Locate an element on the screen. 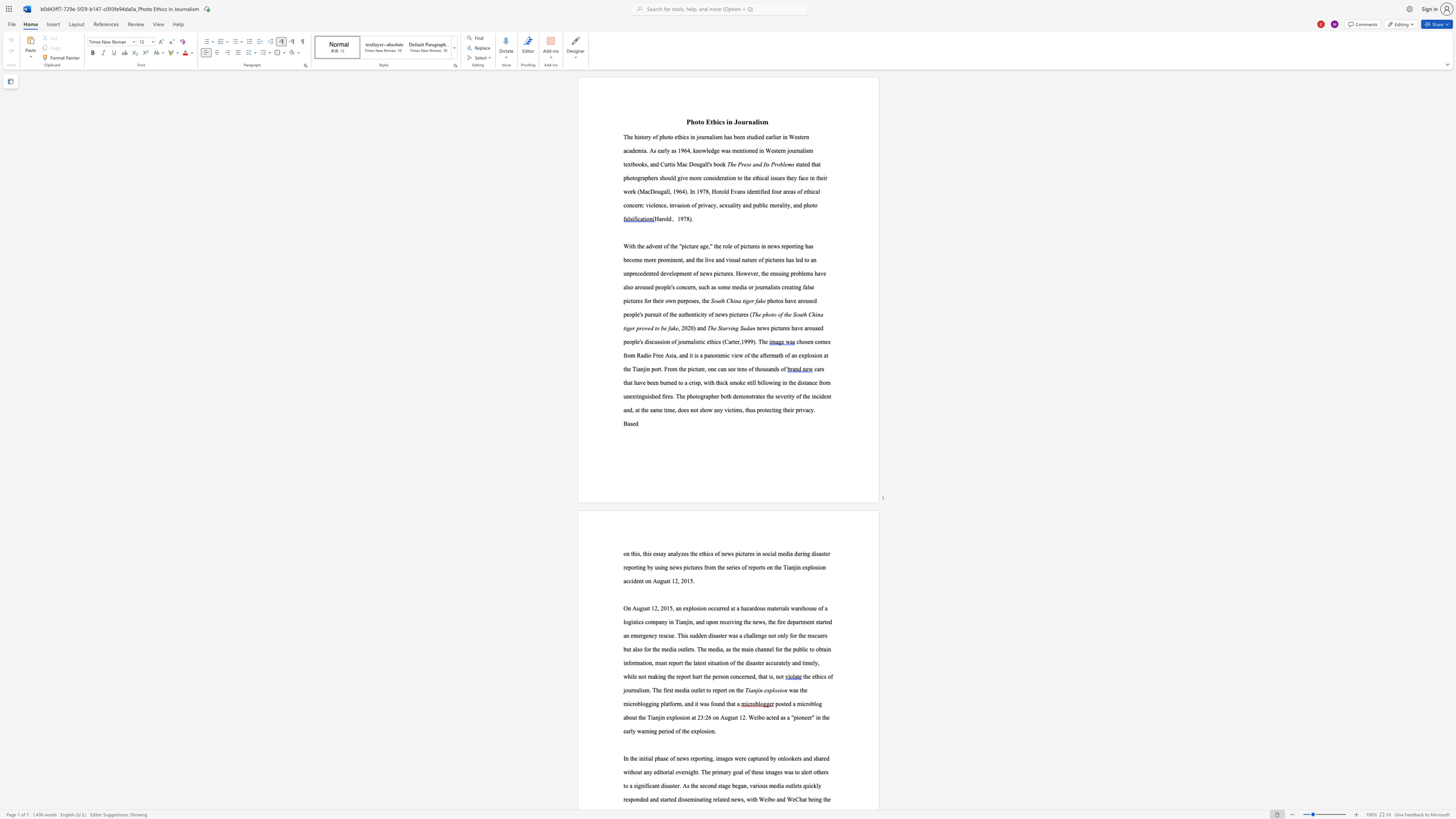 This screenshot has width=1456, height=819. the 6th character "t" in the text is located at coordinates (696, 771).